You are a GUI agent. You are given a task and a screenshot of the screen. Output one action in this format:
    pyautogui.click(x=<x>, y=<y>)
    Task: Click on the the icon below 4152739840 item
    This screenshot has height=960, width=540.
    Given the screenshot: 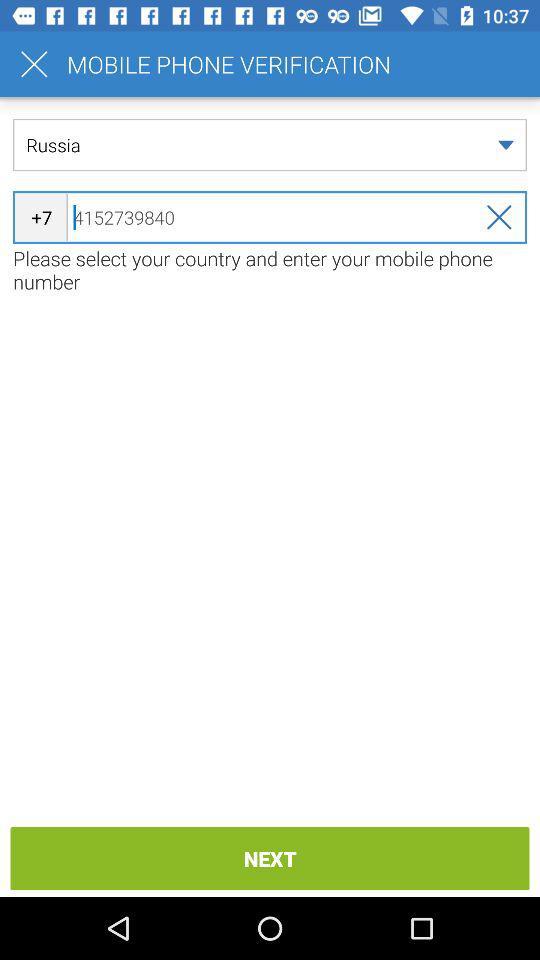 What is the action you would take?
    pyautogui.click(x=270, y=269)
    